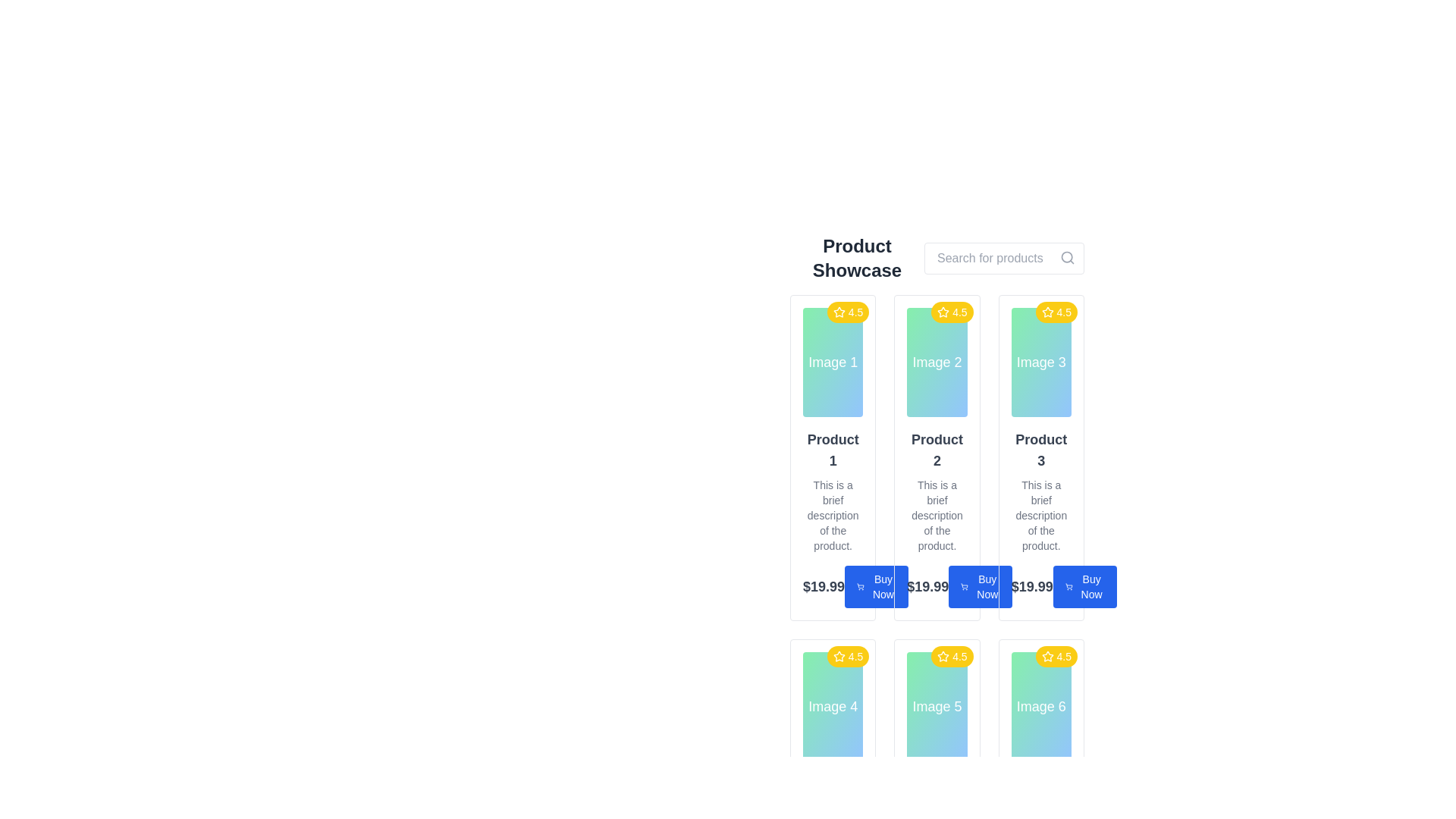  What do you see at coordinates (927, 586) in the screenshot?
I see `the prominent price label displaying '$19.99', which is styled in a bold, large font and is dark gray on a light background, located in the second product card from the left above the 'Buy Now' button` at bounding box center [927, 586].